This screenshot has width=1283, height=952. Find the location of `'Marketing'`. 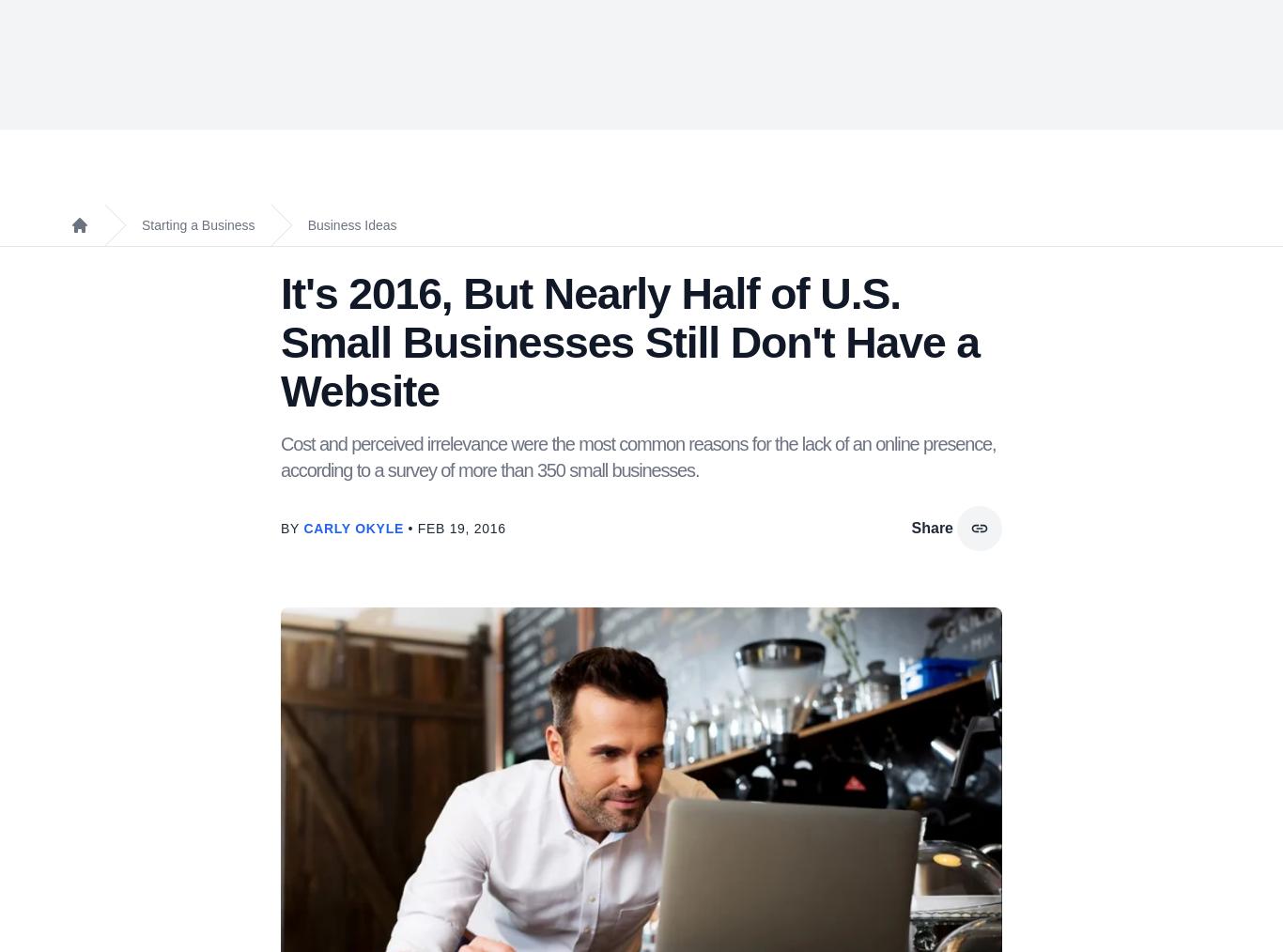

'Marketing' is located at coordinates (392, 81).